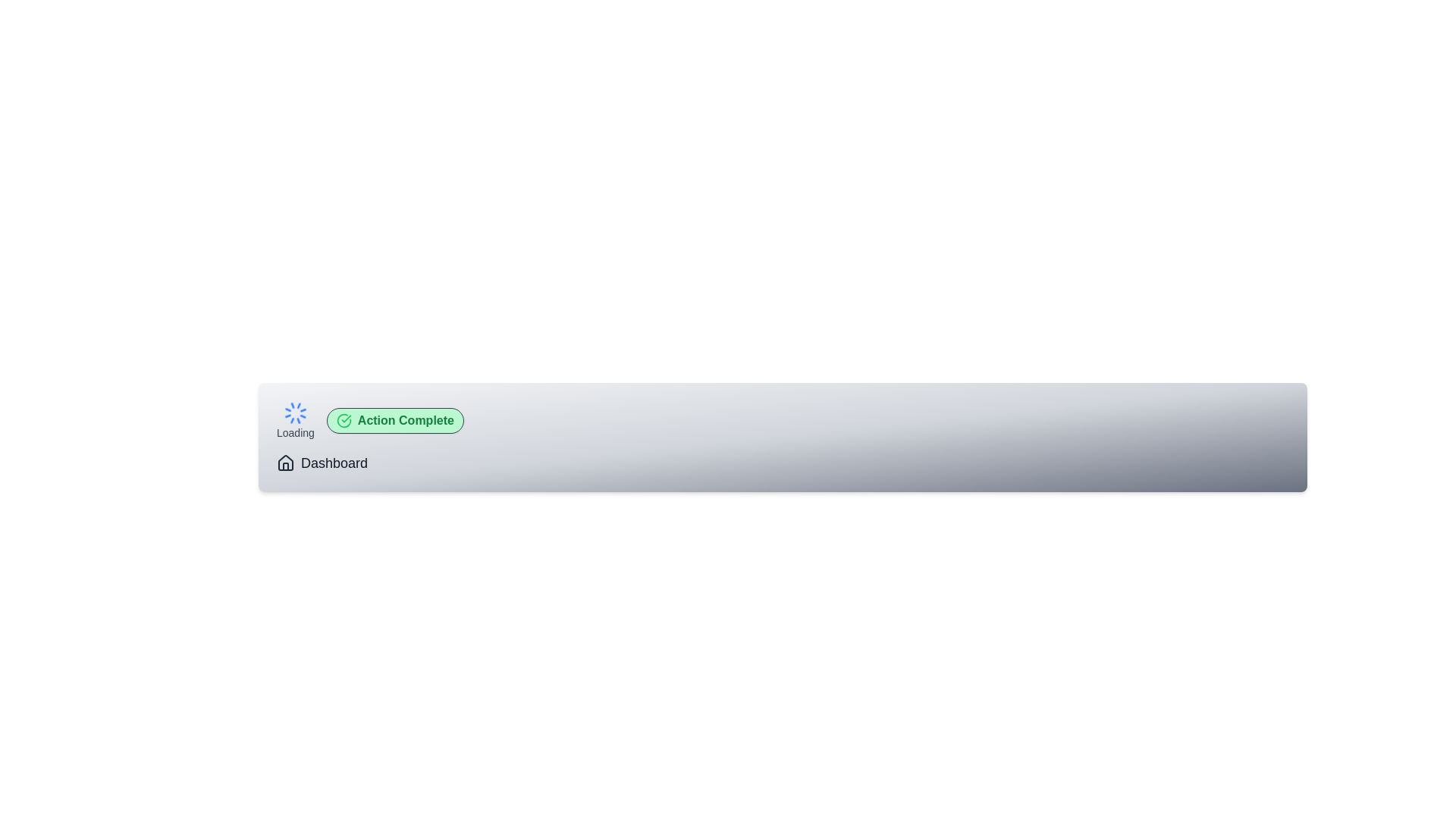  Describe the element at coordinates (395, 421) in the screenshot. I see `the Status Indicator Badge with a green background and 'Action Complete' text` at that location.